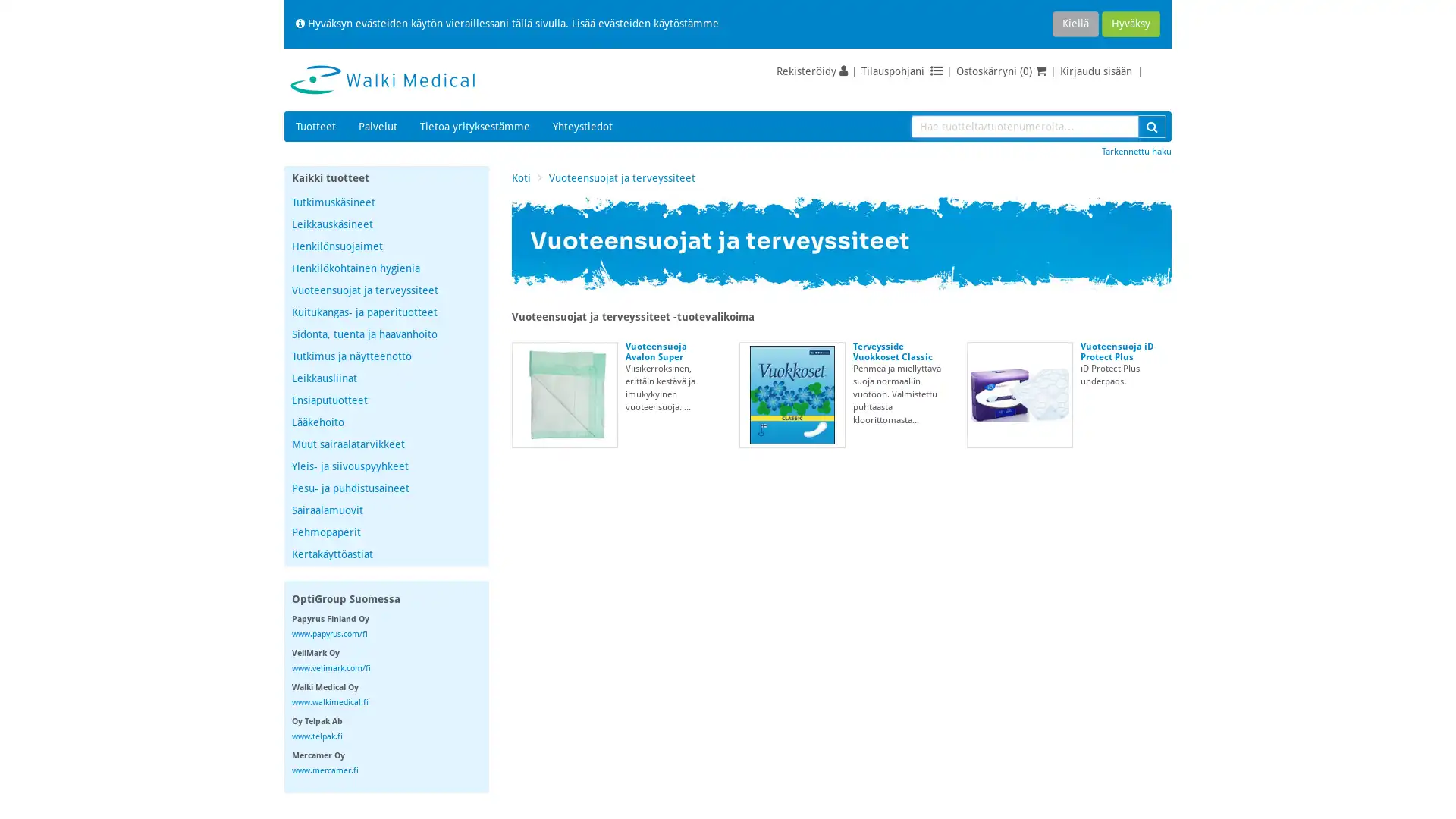  What do you see at coordinates (1131, 24) in the screenshot?
I see `Hyvaksy` at bounding box center [1131, 24].